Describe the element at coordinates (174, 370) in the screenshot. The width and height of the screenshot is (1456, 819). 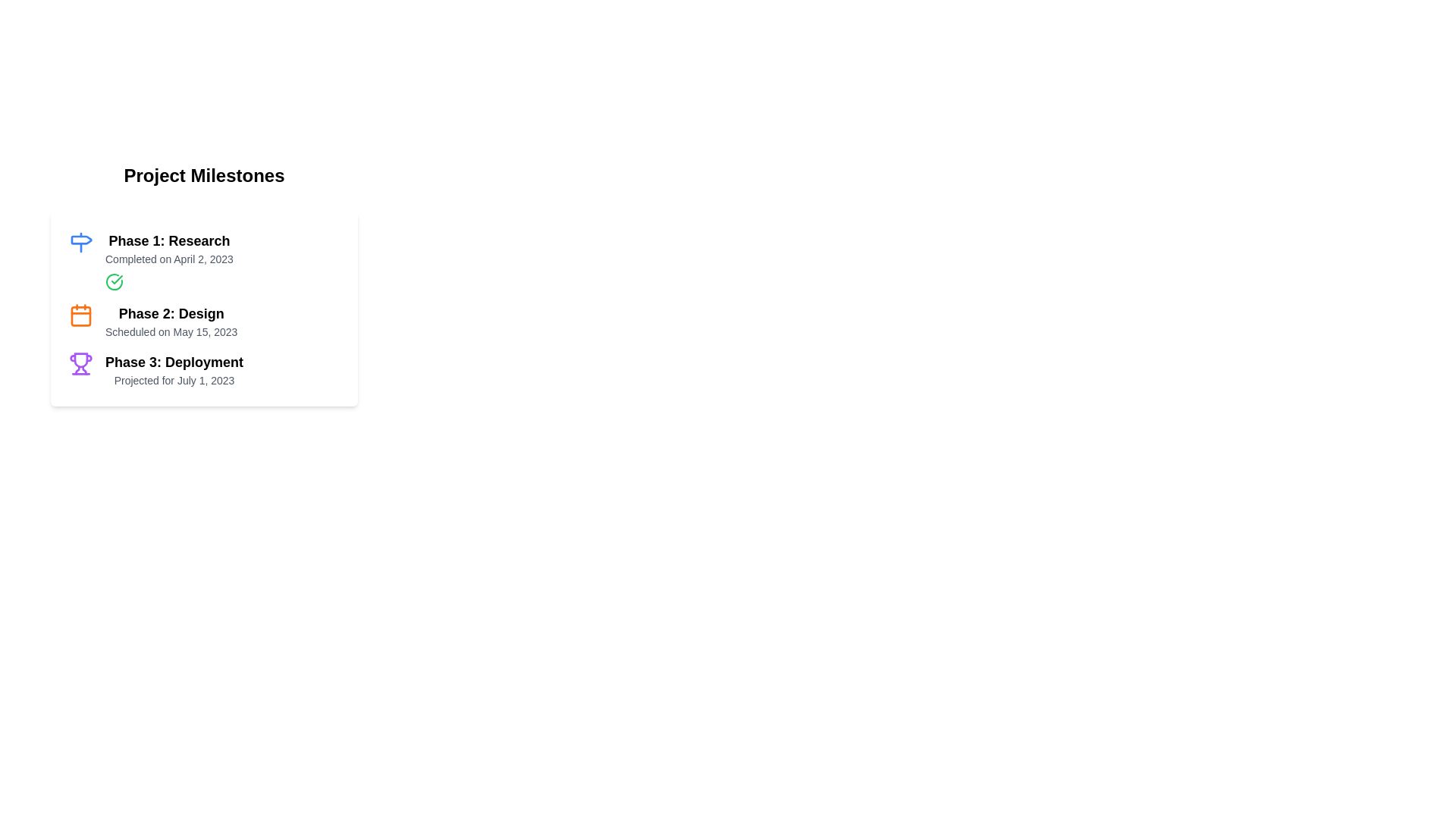
I see `text content of the informational Text Label displaying 'Phase 3: Deployment' and its scheduled timeframe 'Projected for July 1, 2023', which is the third item in a vertical list of milestones, identified by the purple trophy icon to its left` at that location.